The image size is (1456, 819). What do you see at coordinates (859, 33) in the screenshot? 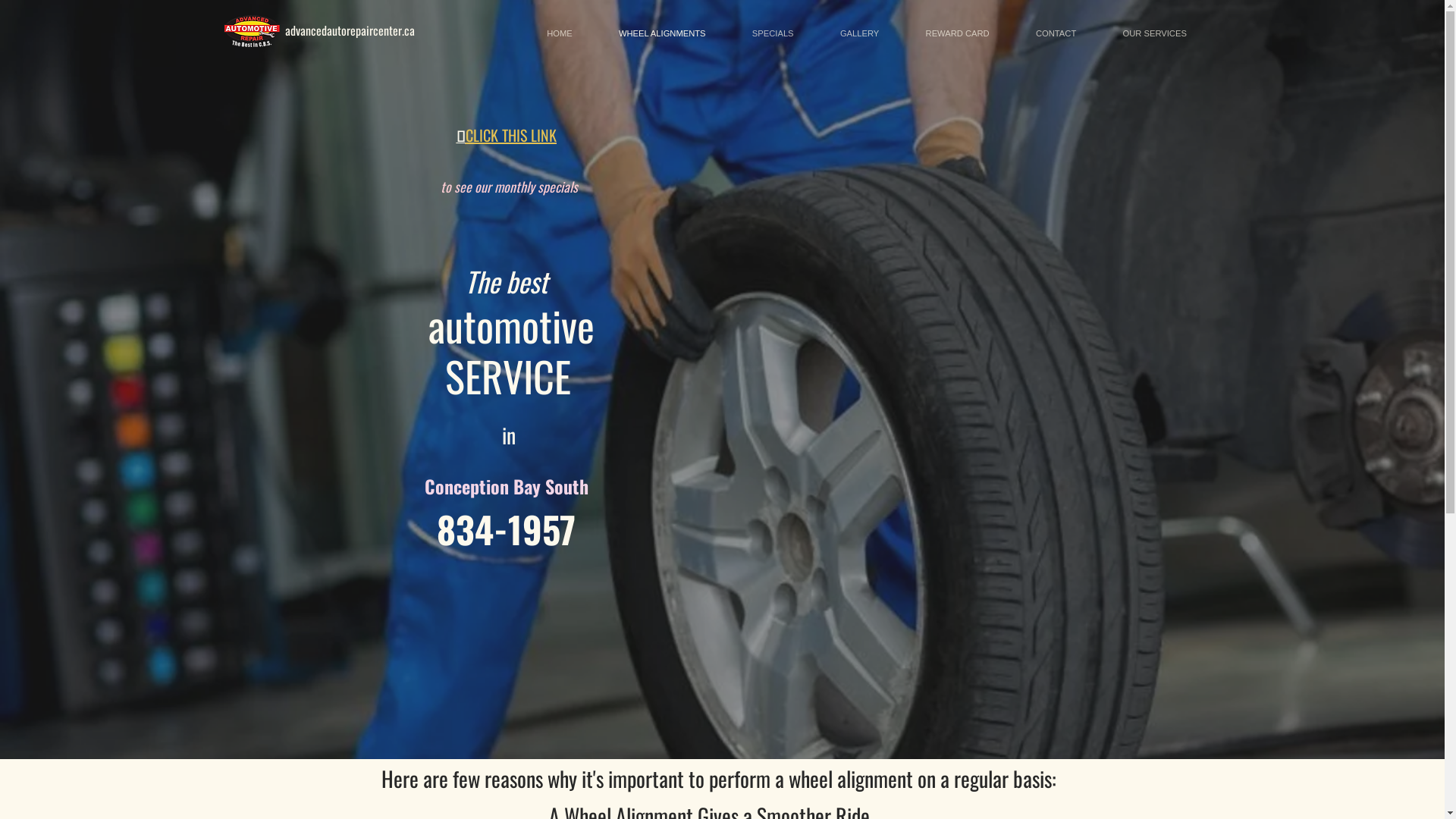
I see `'GALLERY'` at bounding box center [859, 33].